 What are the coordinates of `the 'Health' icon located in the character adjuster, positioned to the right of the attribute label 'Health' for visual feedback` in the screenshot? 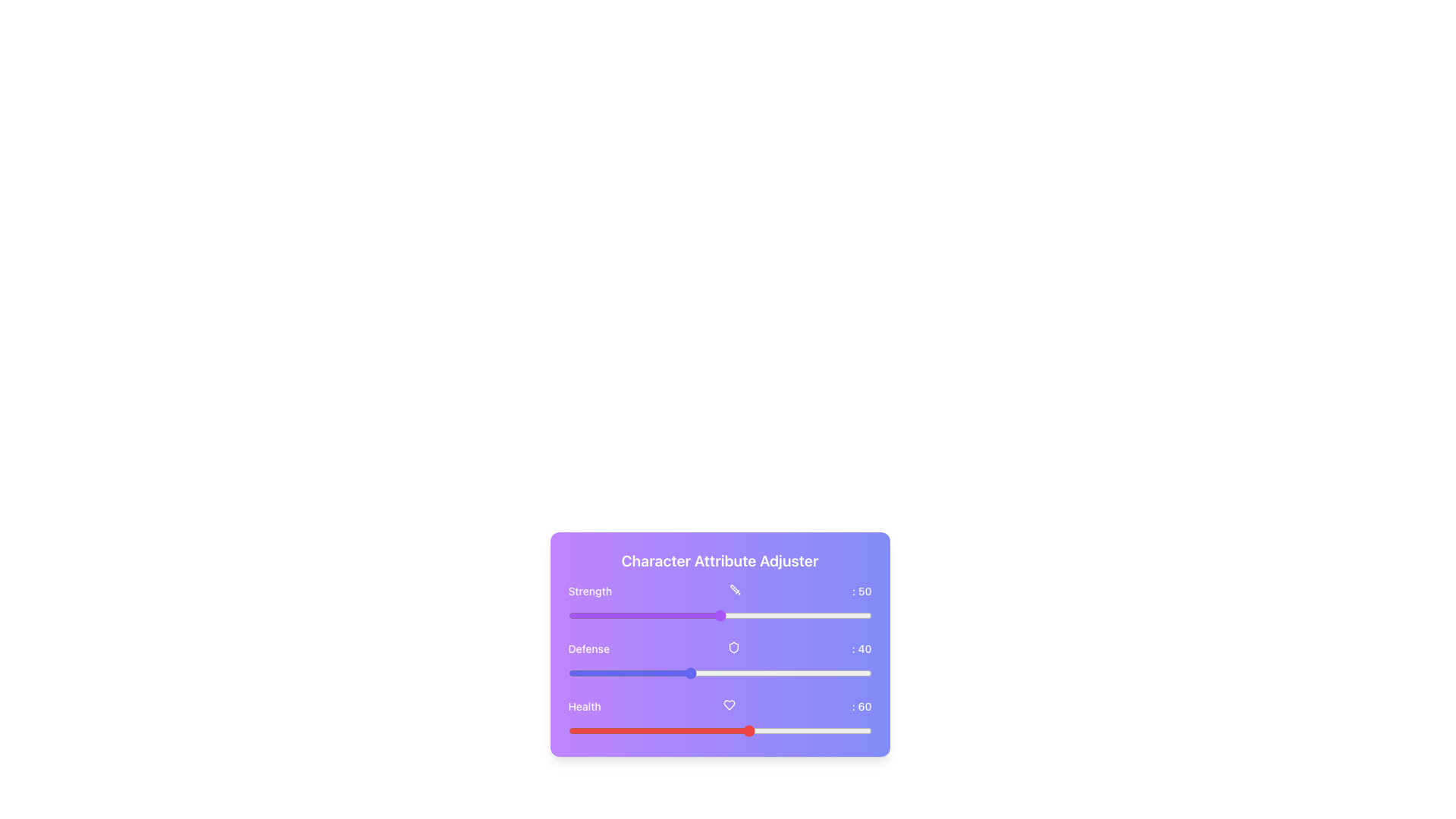 It's located at (730, 704).